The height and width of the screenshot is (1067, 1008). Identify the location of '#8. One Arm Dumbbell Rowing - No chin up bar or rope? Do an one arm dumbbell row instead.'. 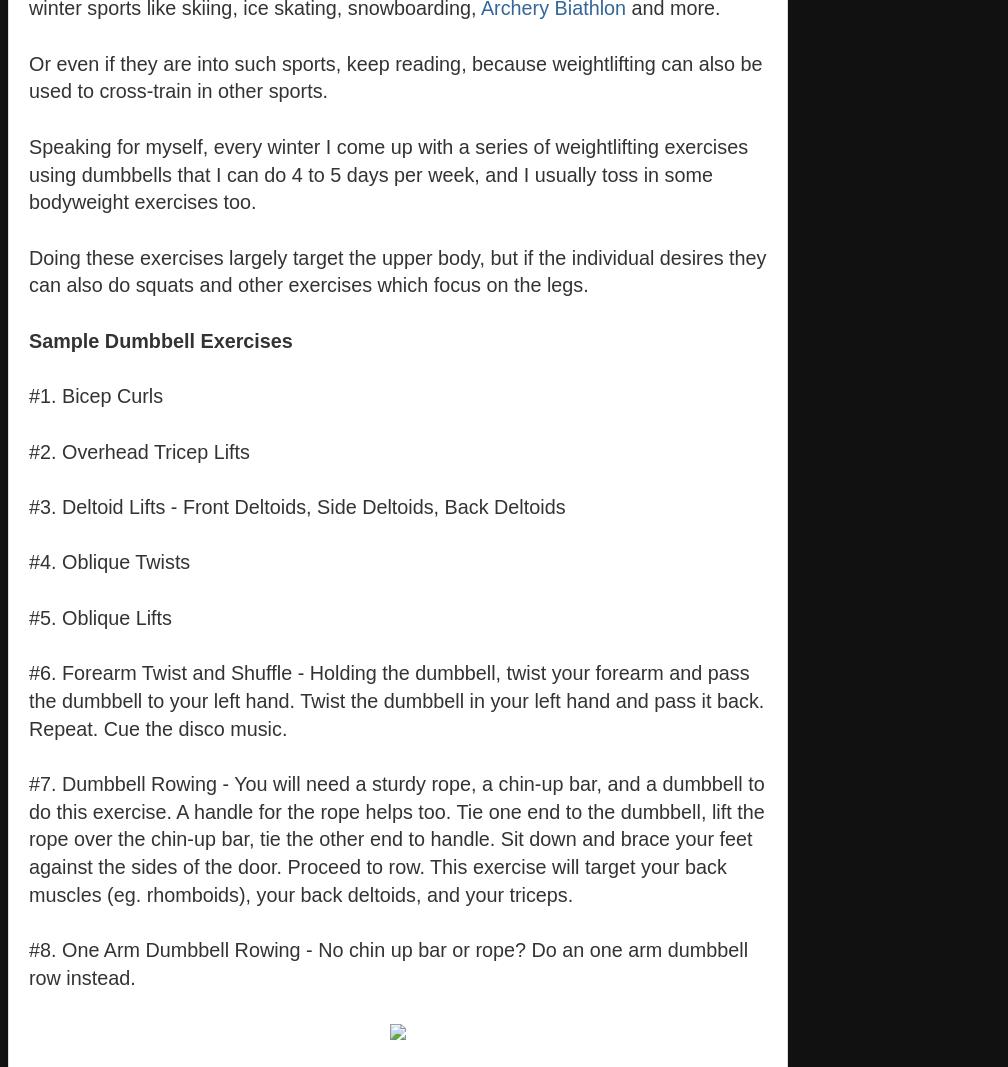
(388, 963).